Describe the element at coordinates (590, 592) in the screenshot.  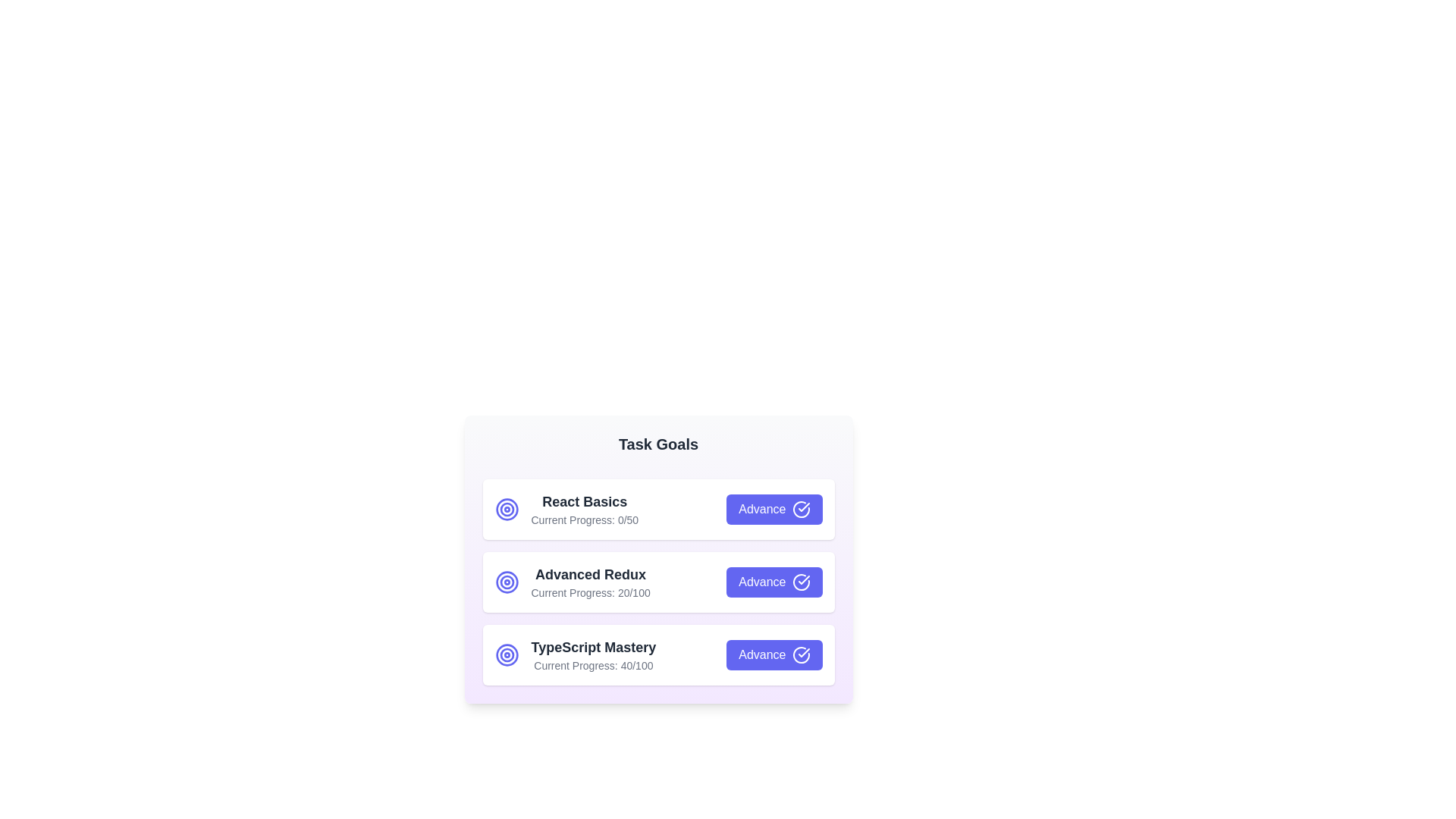
I see `text label displaying 'Current Progress: 20/100', which is located beneath the 'Advanced Redux' heading` at that location.